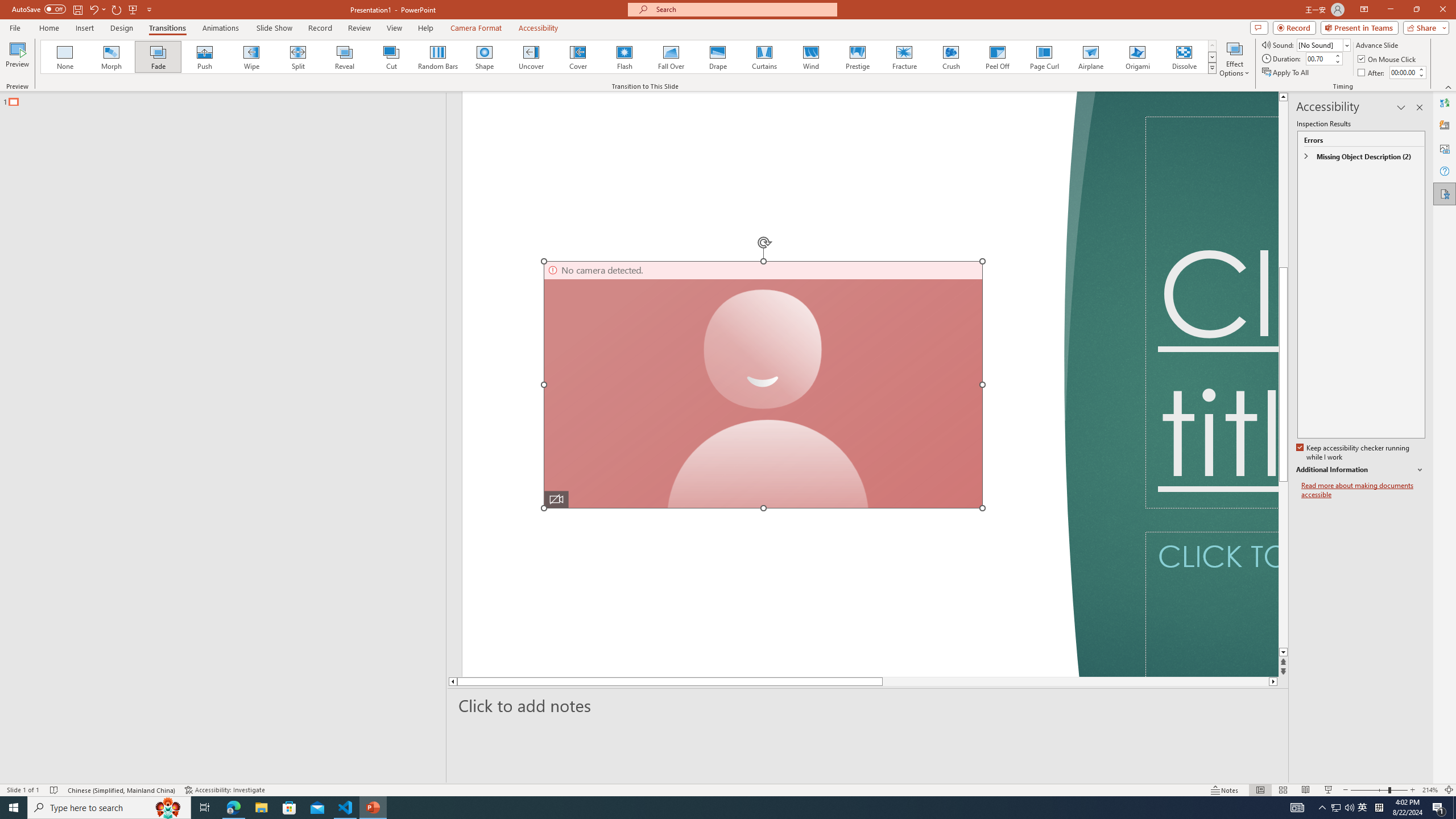 The height and width of the screenshot is (819, 1456). Describe the element at coordinates (763, 384) in the screenshot. I see `'Camera 7, No camera detected.'` at that location.